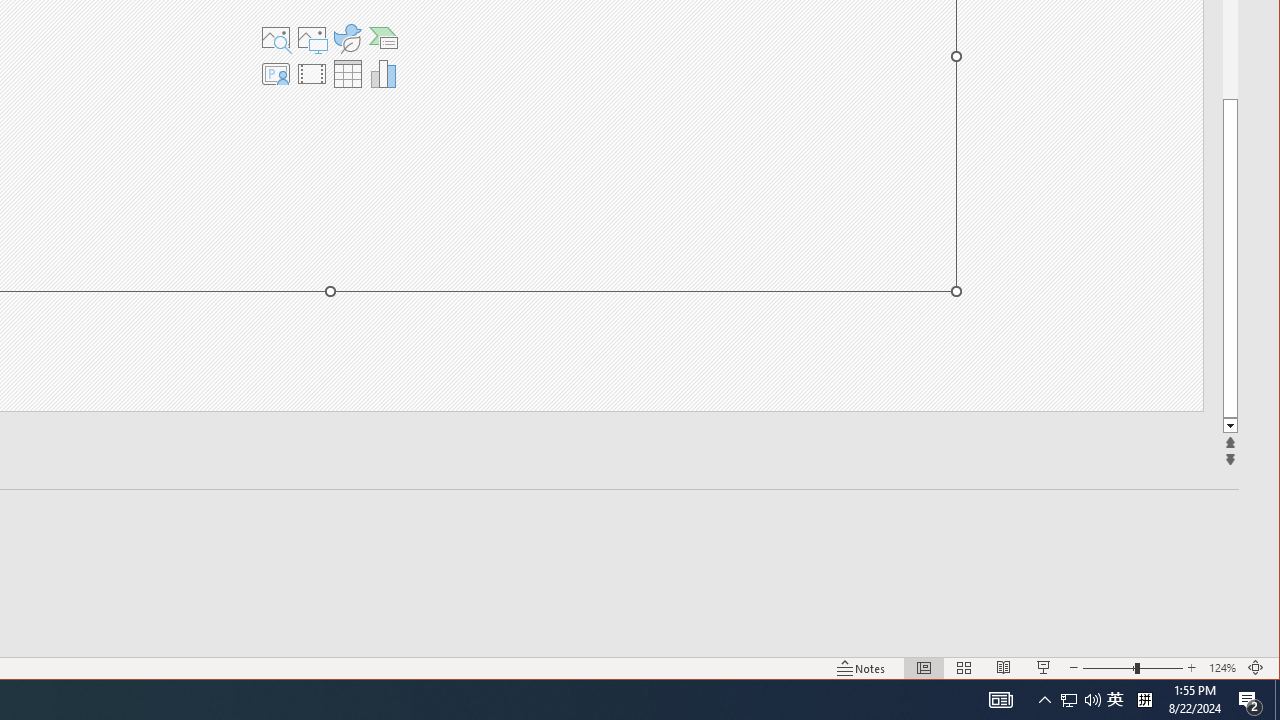 The height and width of the screenshot is (720, 1280). What do you see at coordinates (274, 38) in the screenshot?
I see `'Stock Images'` at bounding box center [274, 38].